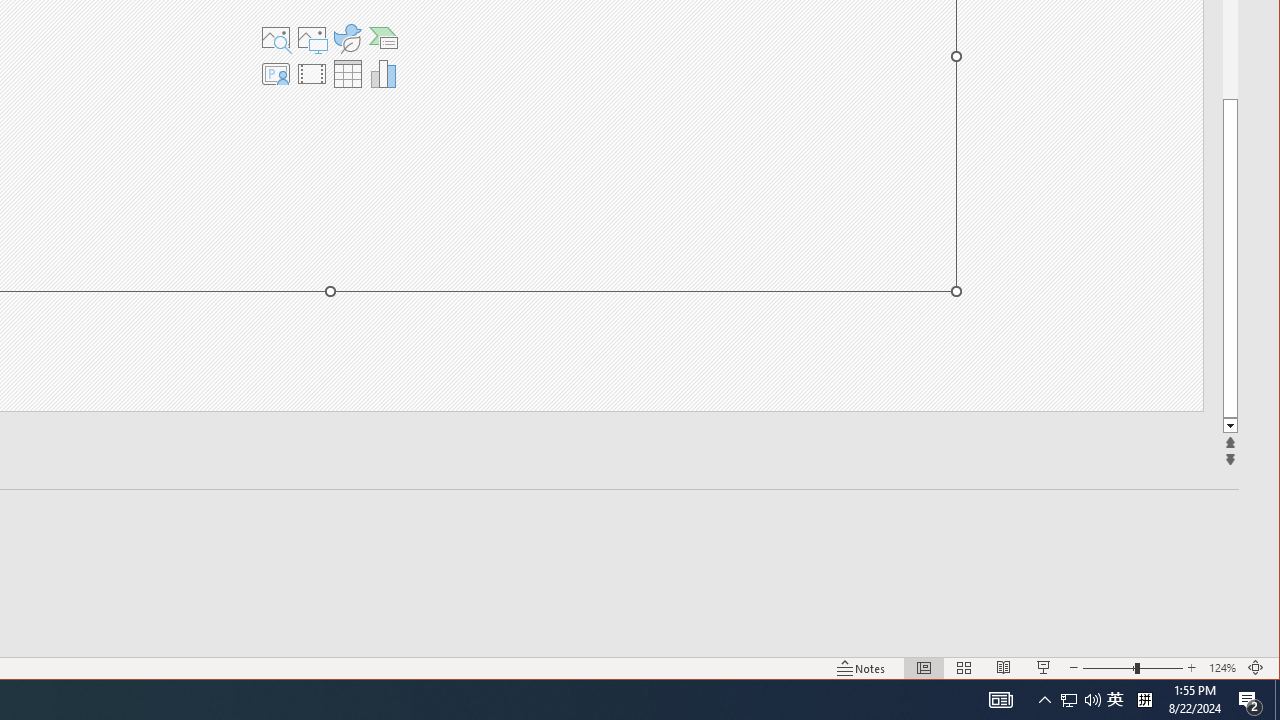 The height and width of the screenshot is (720, 1280). What do you see at coordinates (274, 38) in the screenshot?
I see `'Stock Images'` at bounding box center [274, 38].